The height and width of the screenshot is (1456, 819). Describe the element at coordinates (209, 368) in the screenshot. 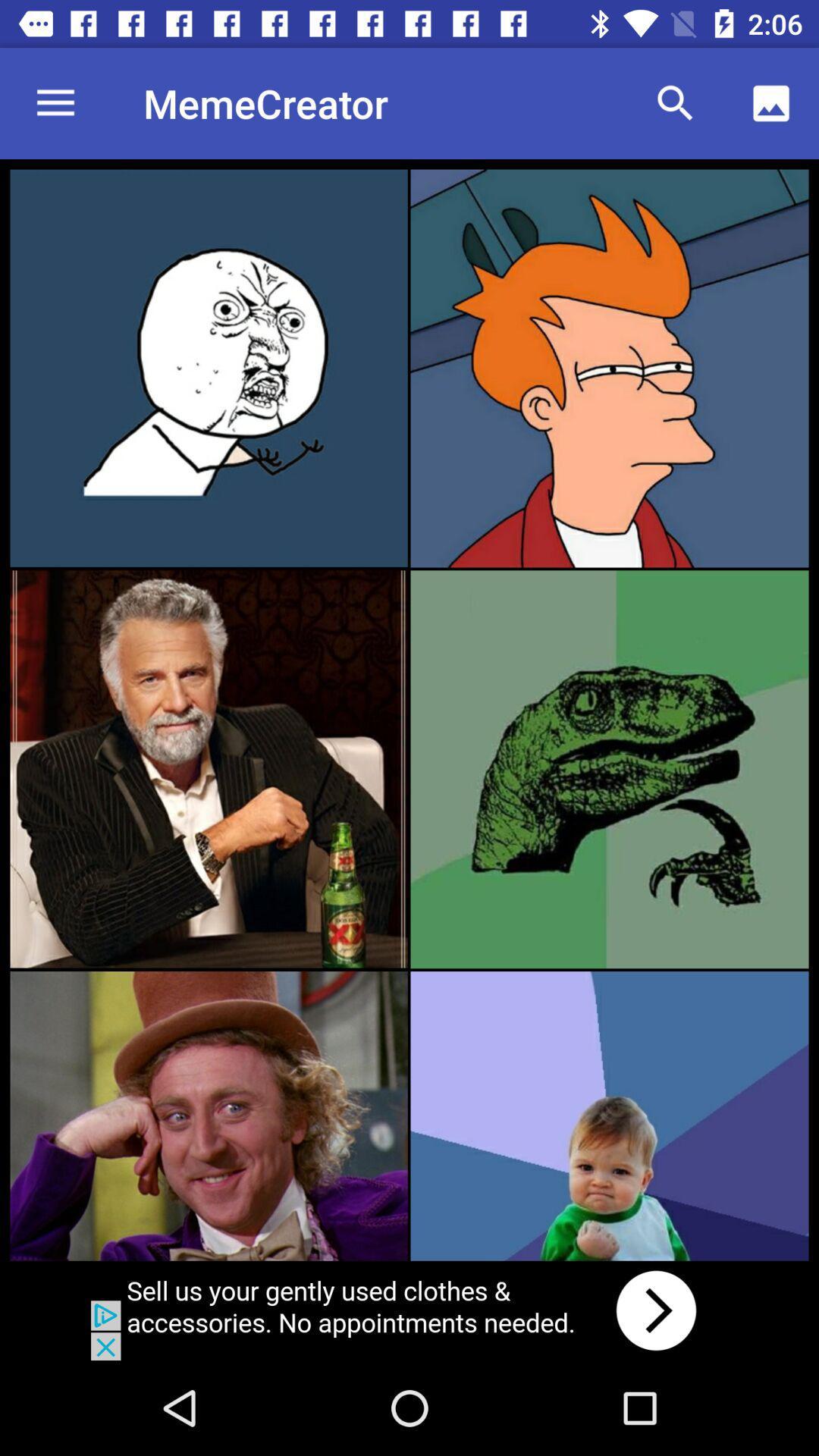

I see `image` at that location.